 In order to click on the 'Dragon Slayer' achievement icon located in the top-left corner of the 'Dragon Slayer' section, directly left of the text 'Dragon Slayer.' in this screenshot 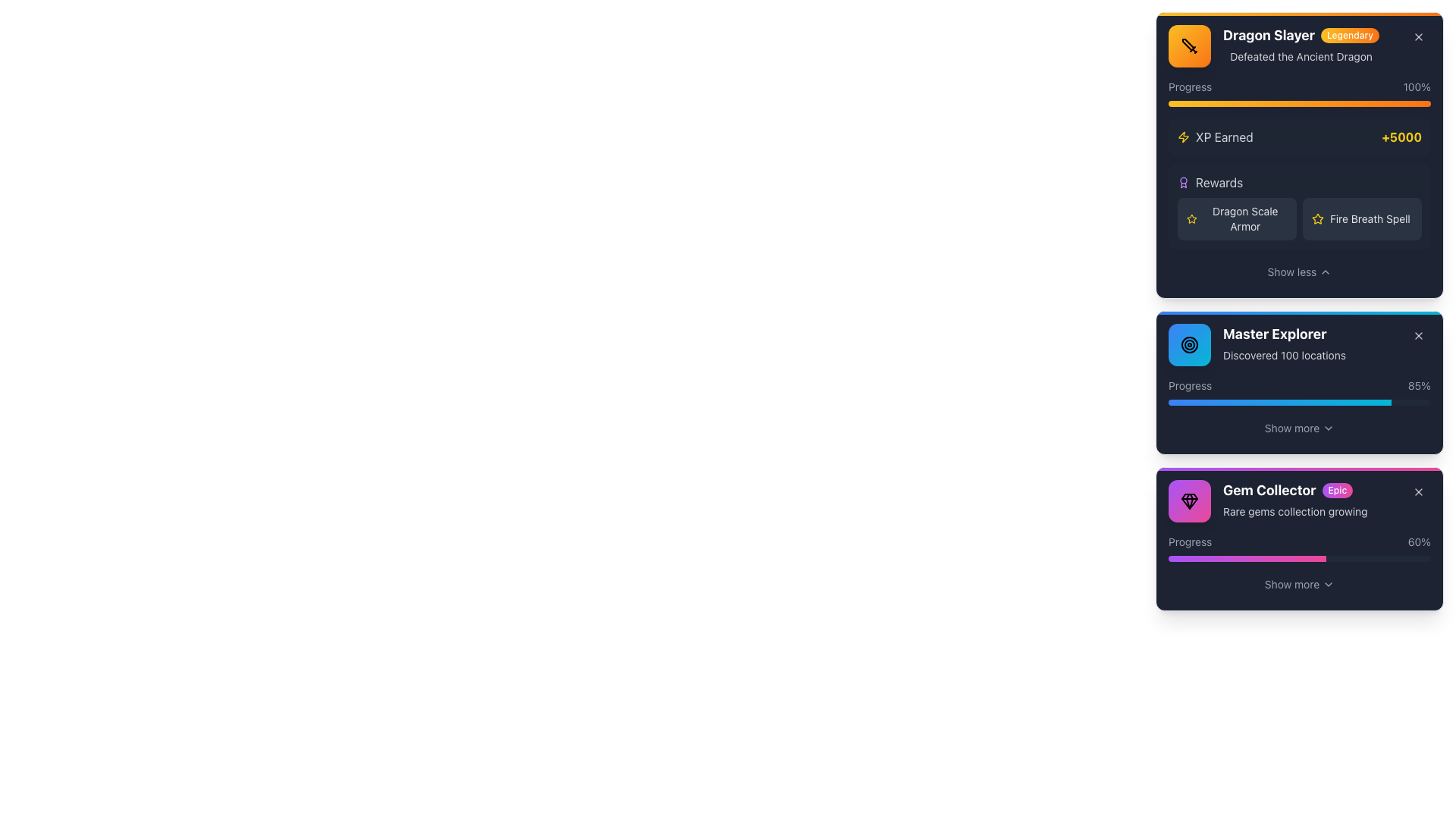, I will do `click(1189, 45)`.